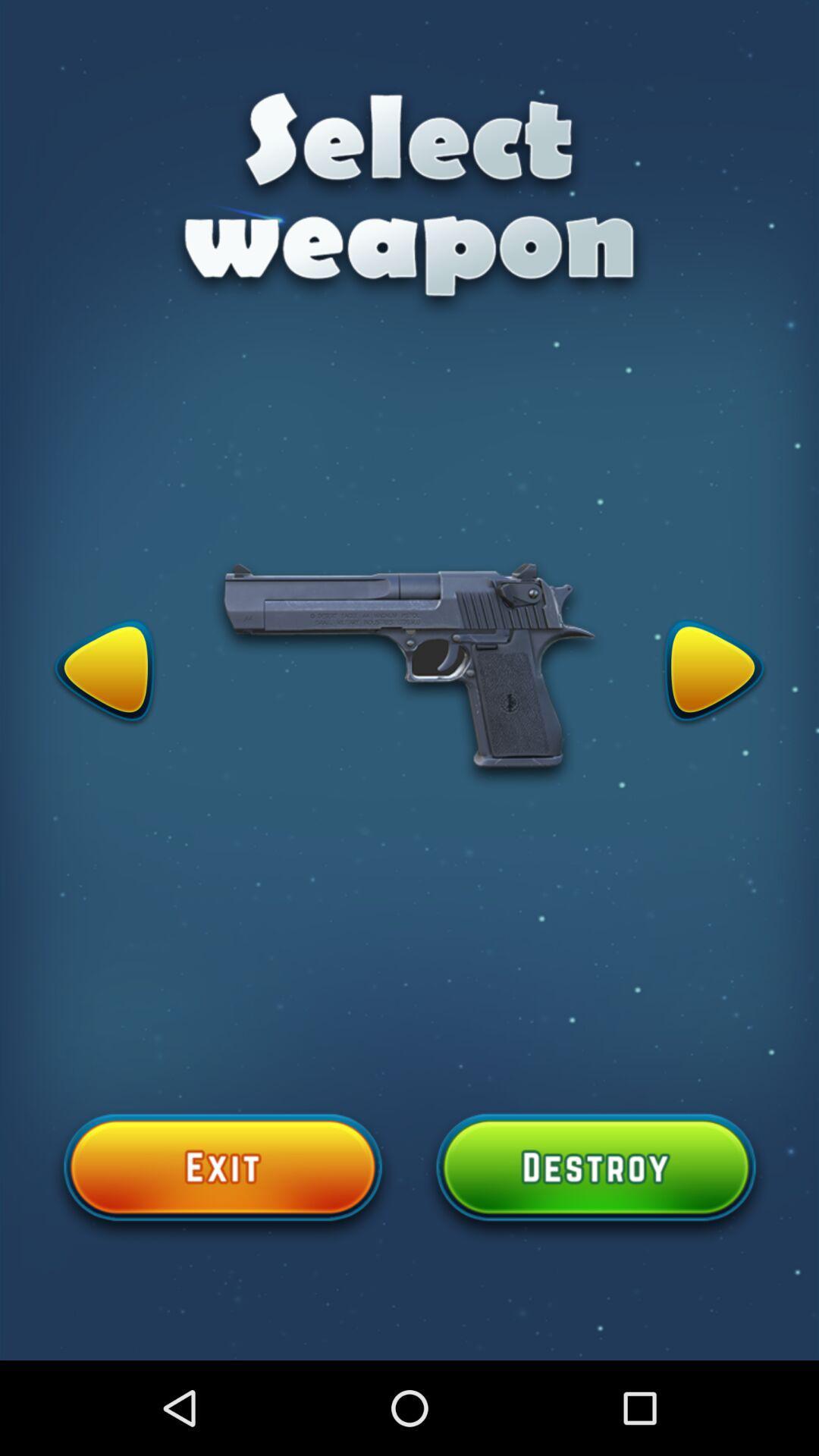 The height and width of the screenshot is (1456, 819). What do you see at coordinates (595, 1175) in the screenshot?
I see `choose weapon` at bounding box center [595, 1175].